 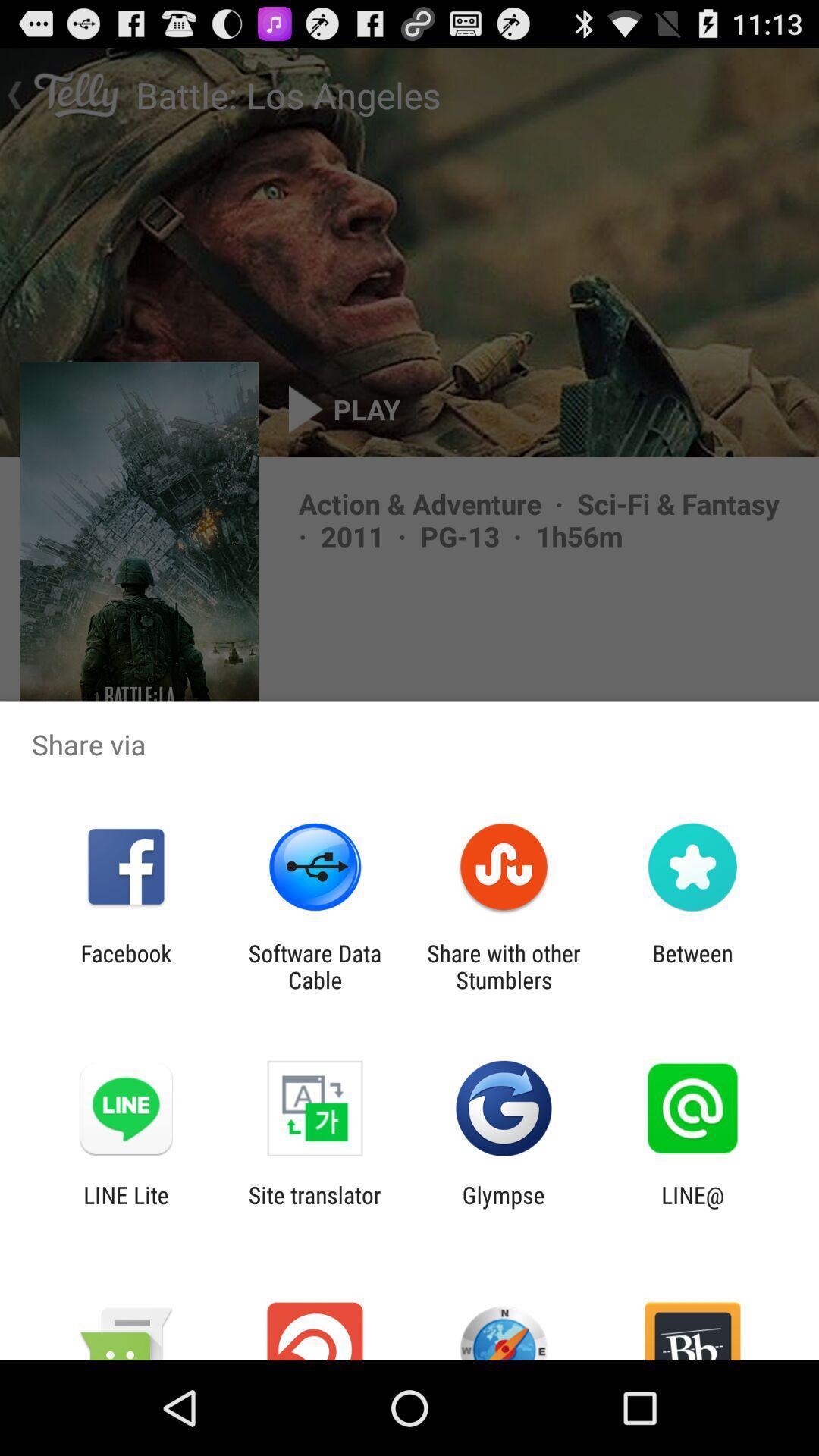 What do you see at coordinates (314, 966) in the screenshot?
I see `item next to share with other` at bounding box center [314, 966].